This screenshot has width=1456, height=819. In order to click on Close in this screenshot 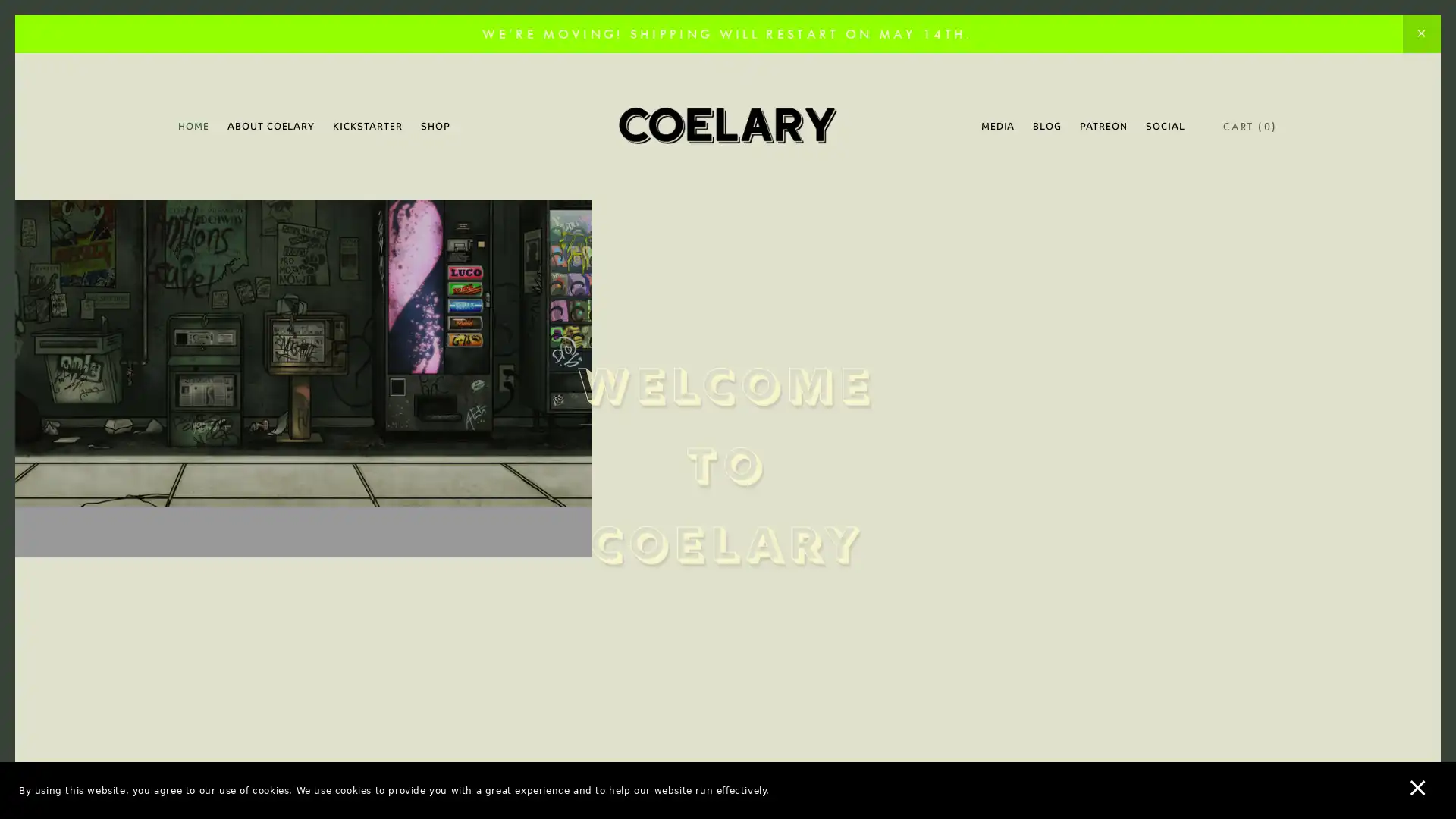, I will do `click(993, 177)`.